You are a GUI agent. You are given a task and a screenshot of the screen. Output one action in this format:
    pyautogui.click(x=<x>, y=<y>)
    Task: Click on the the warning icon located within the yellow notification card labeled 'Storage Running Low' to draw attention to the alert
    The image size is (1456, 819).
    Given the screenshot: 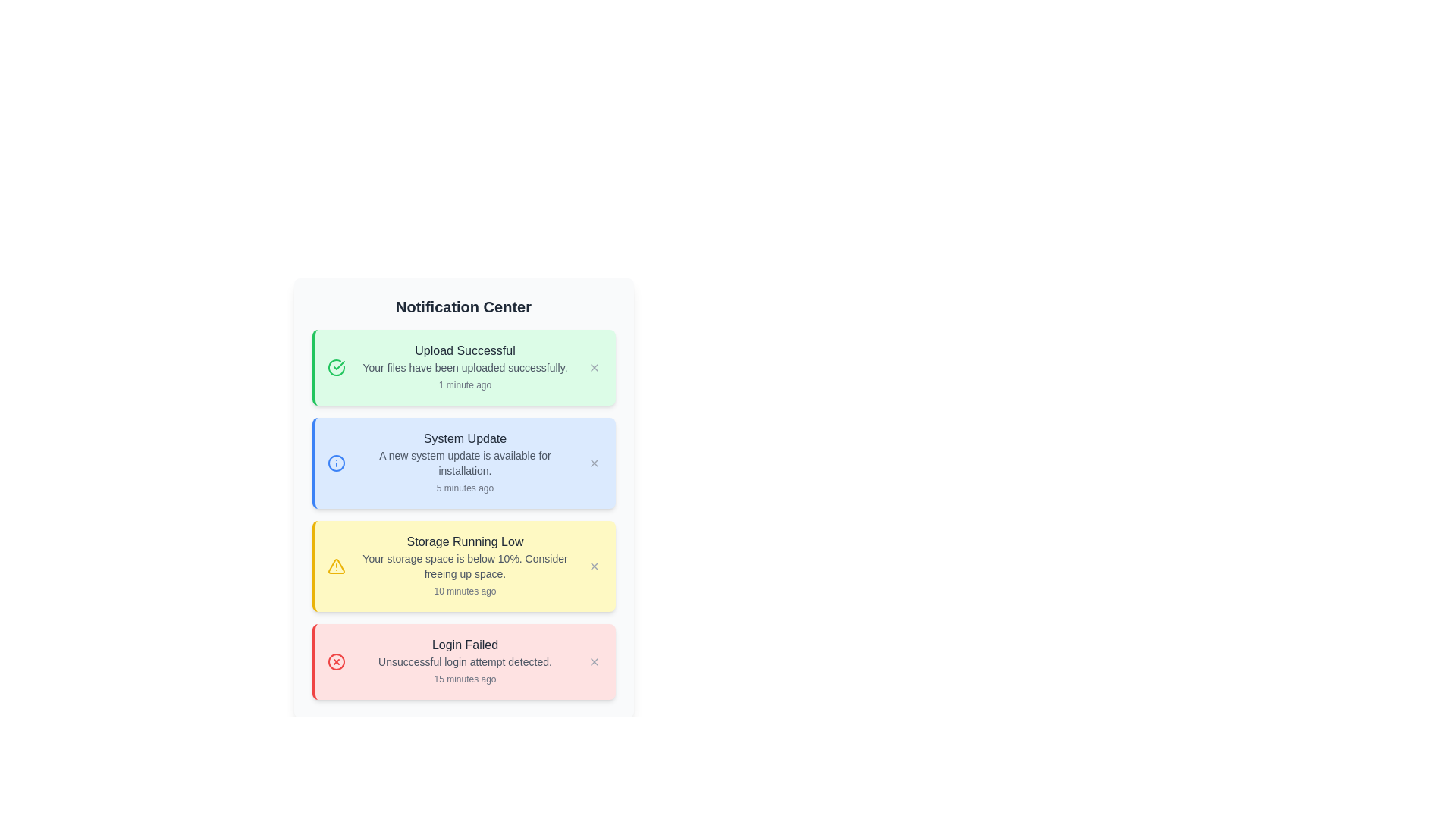 What is the action you would take?
    pyautogui.click(x=335, y=566)
    